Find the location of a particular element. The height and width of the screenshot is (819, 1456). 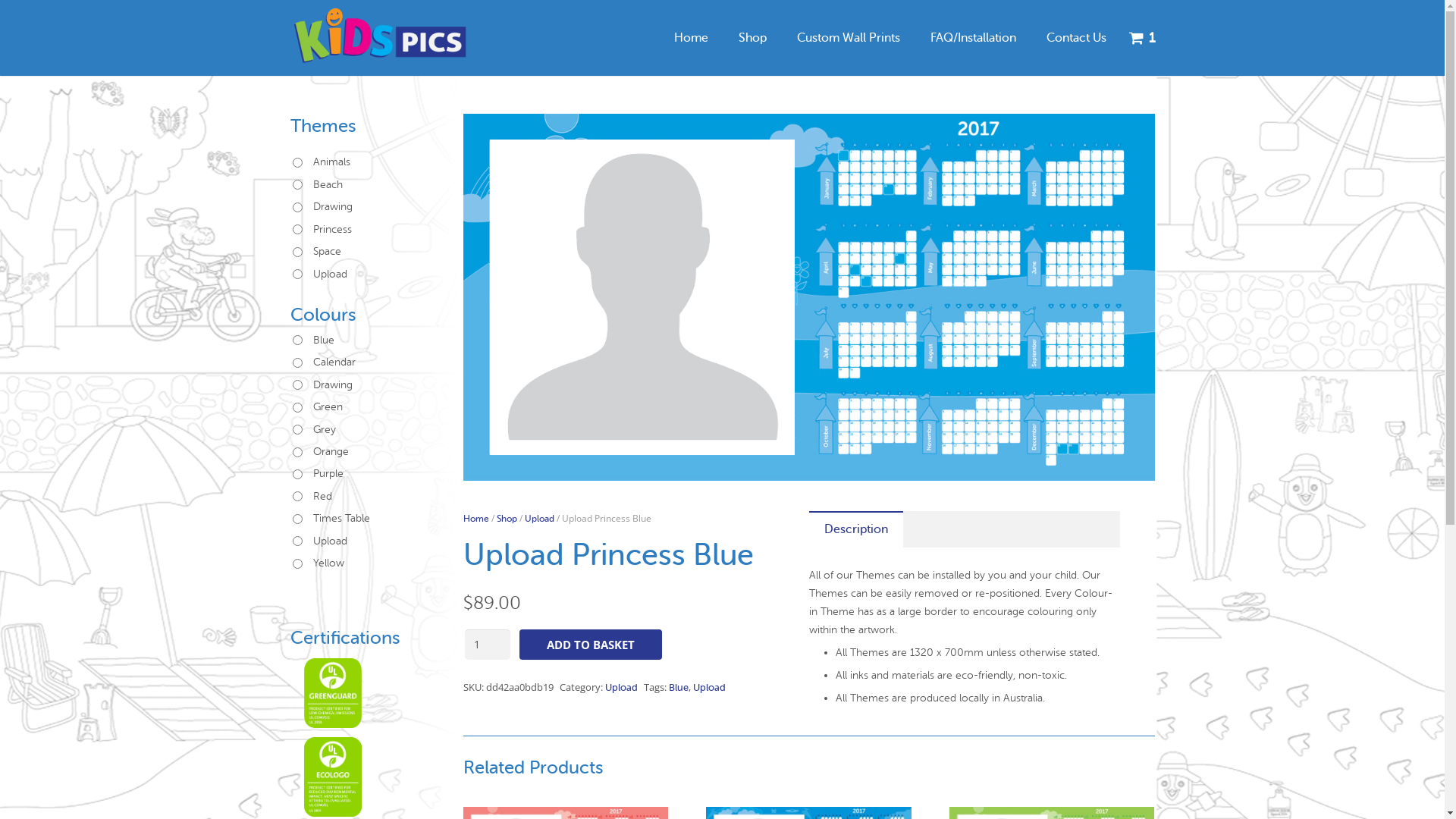

'Blue' is located at coordinates (677, 687).